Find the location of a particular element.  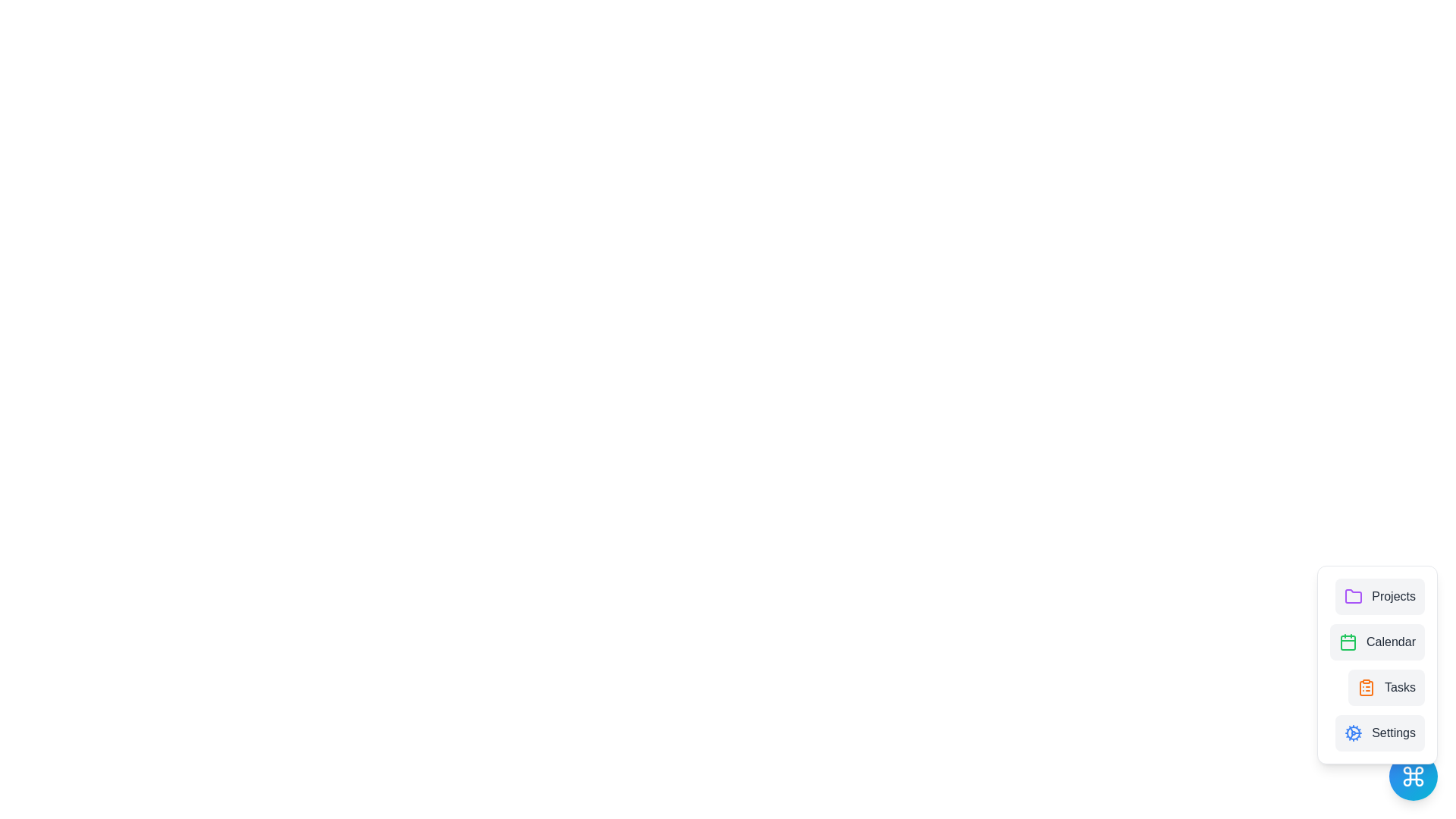

the bottom-right button to toggle the menu visibility is located at coordinates (1412, 776).